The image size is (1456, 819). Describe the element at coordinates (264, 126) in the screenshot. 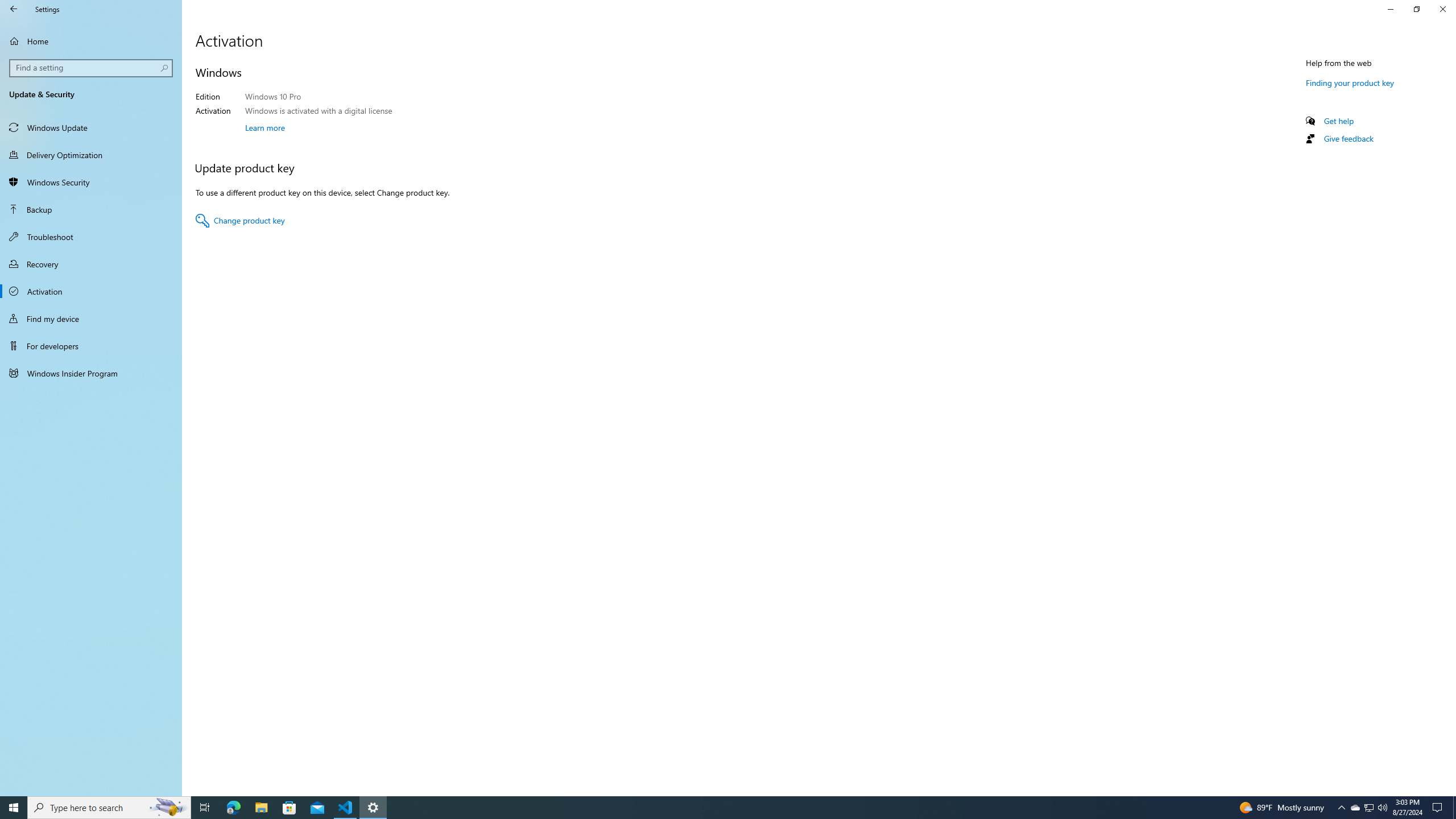

I see `'Learn more about Windows activation'` at that location.